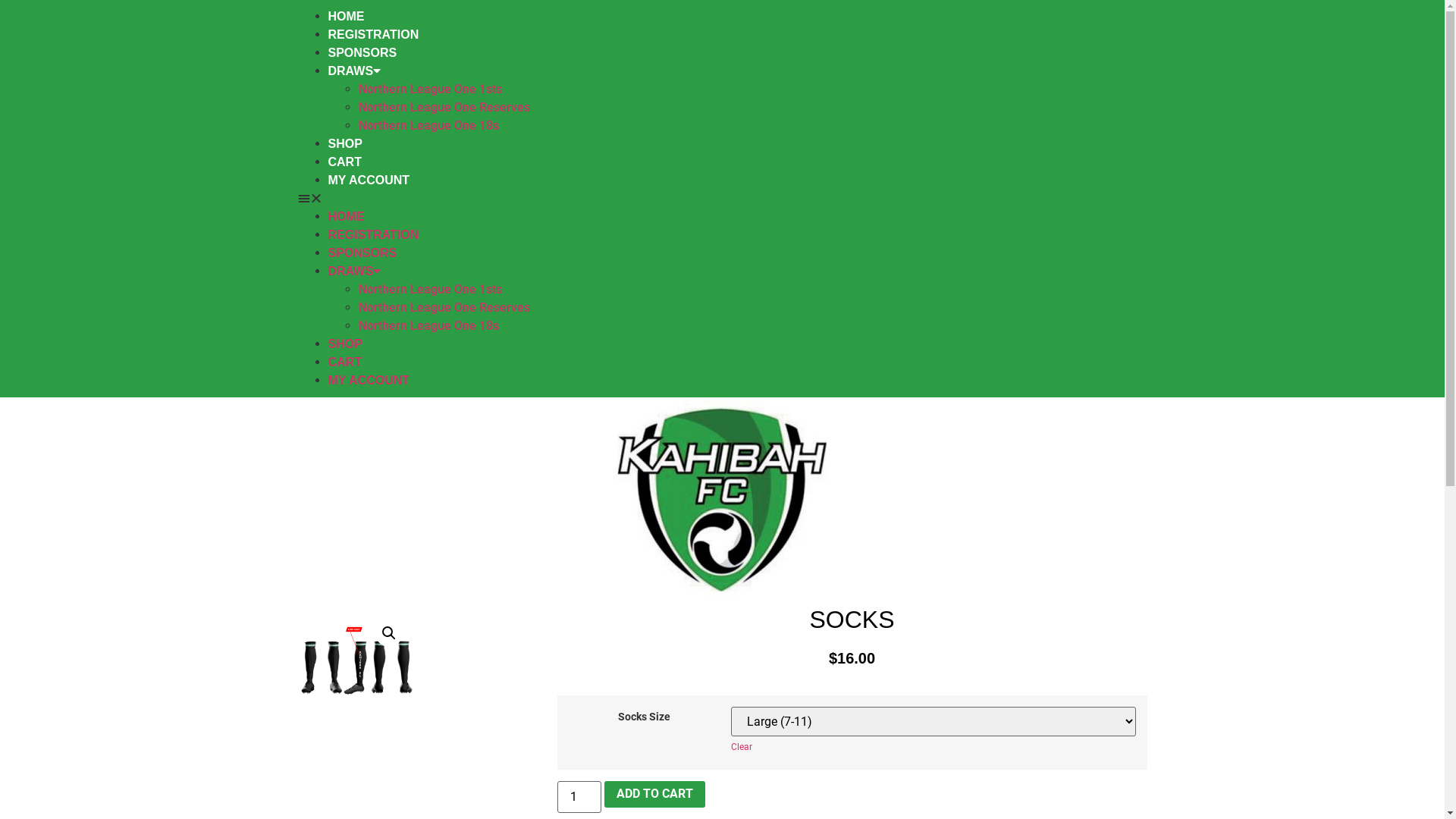 This screenshot has width=1456, height=819. I want to click on 'REGISTRATION', so click(372, 34).